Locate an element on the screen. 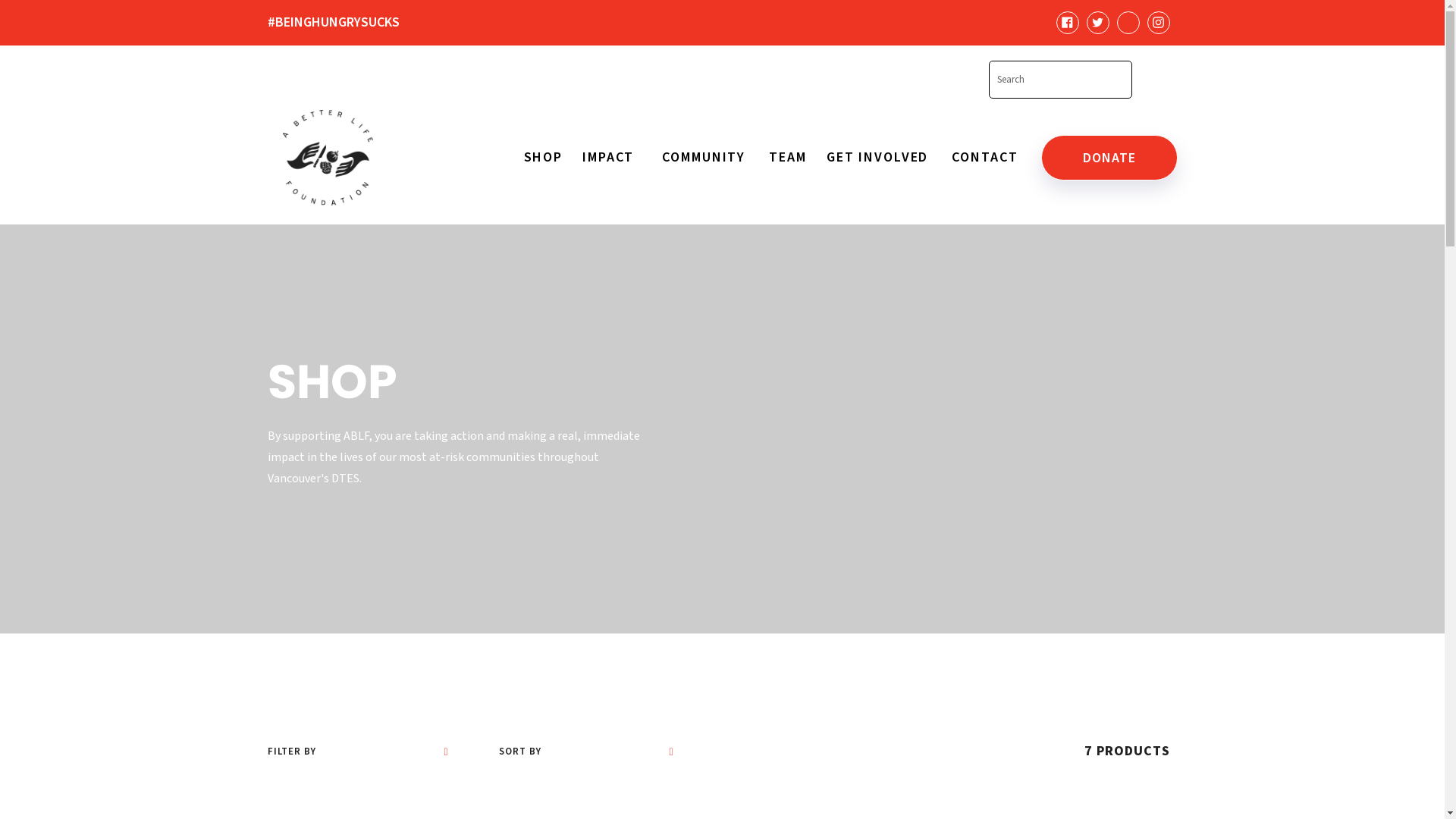 The width and height of the screenshot is (1456, 819). 'COMMUNITY' is located at coordinates (704, 158).